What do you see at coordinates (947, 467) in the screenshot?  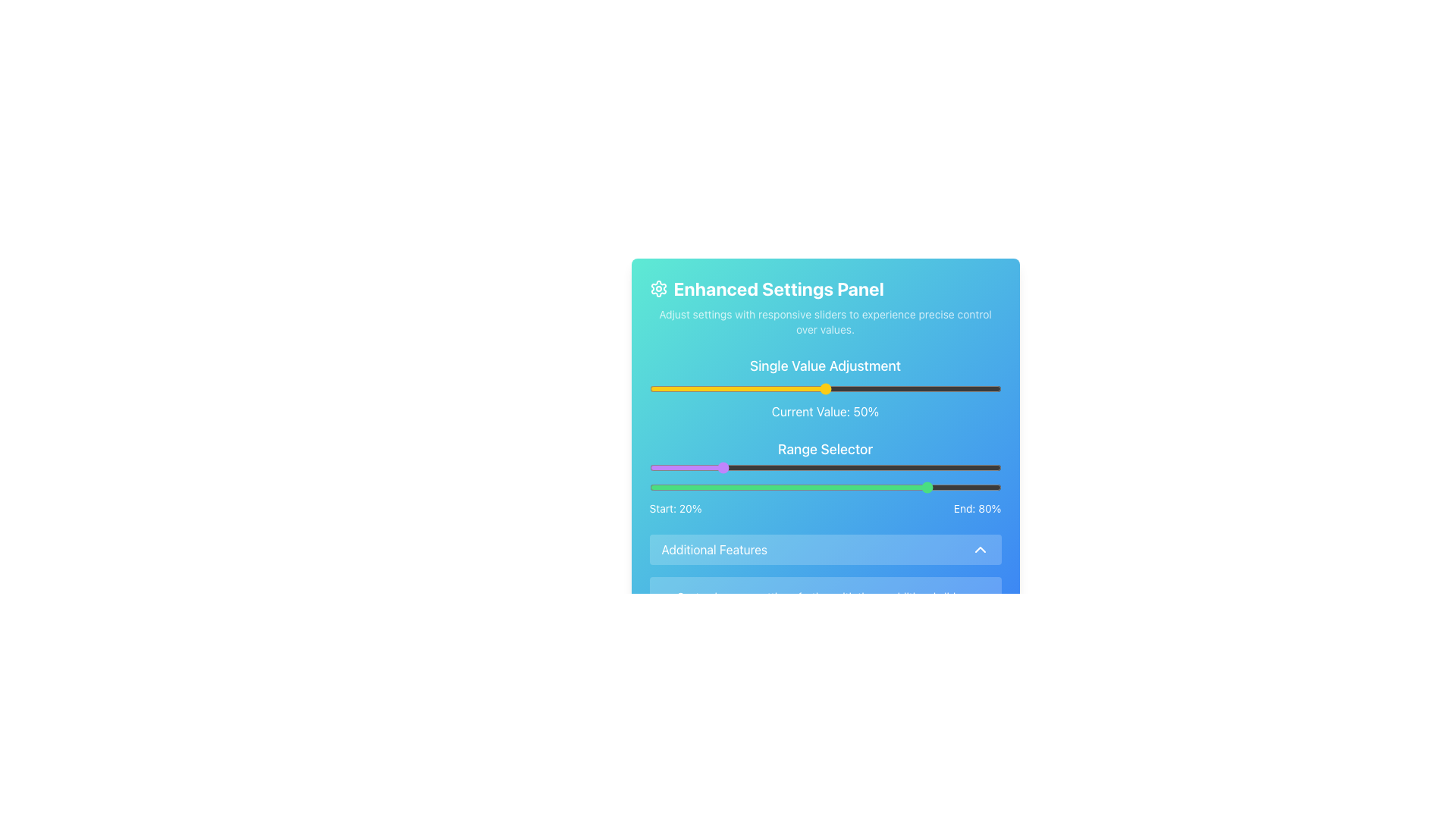 I see `the range selector sliders` at bounding box center [947, 467].